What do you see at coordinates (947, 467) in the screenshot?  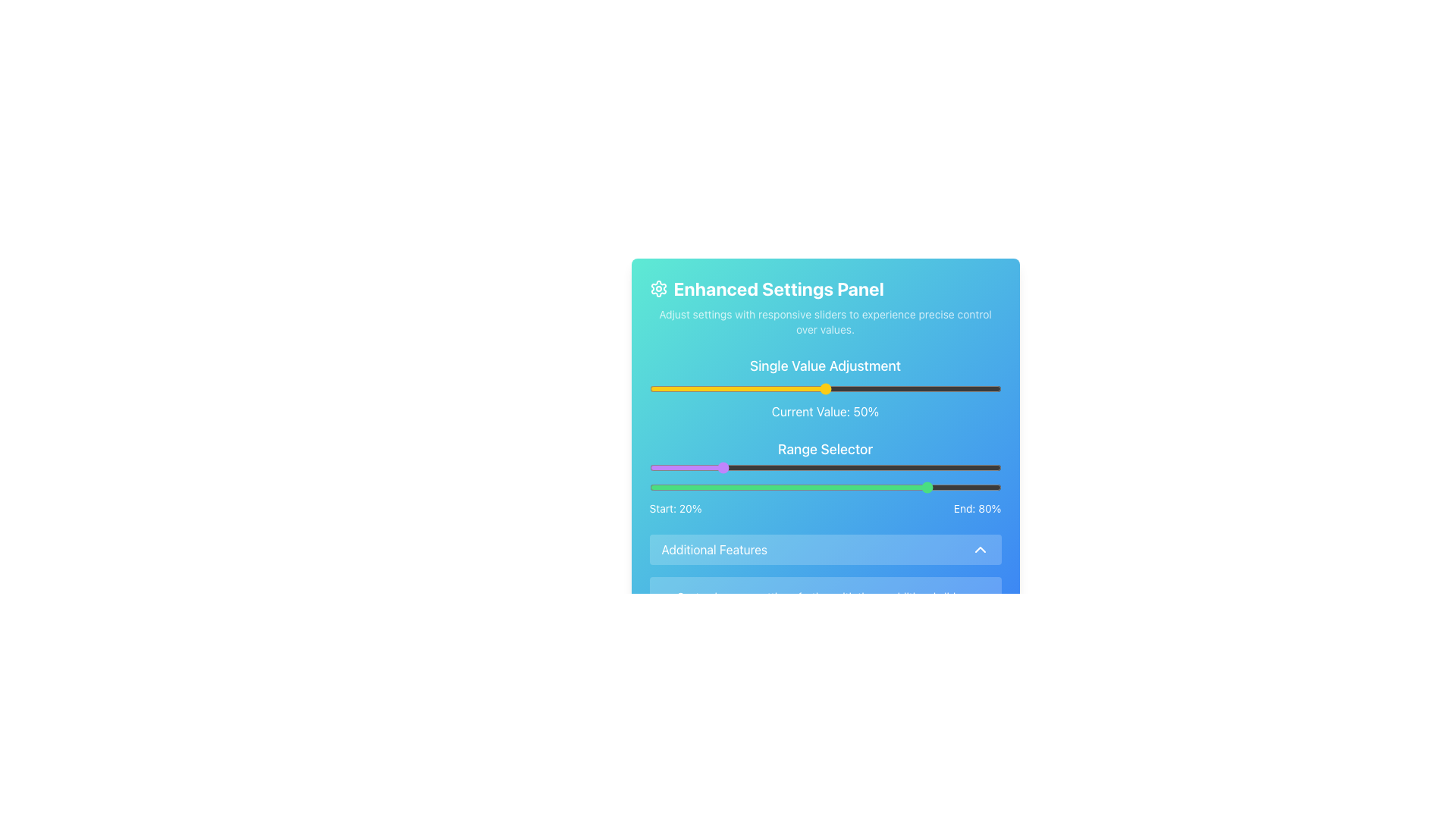 I see `the range selector sliders` at bounding box center [947, 467].